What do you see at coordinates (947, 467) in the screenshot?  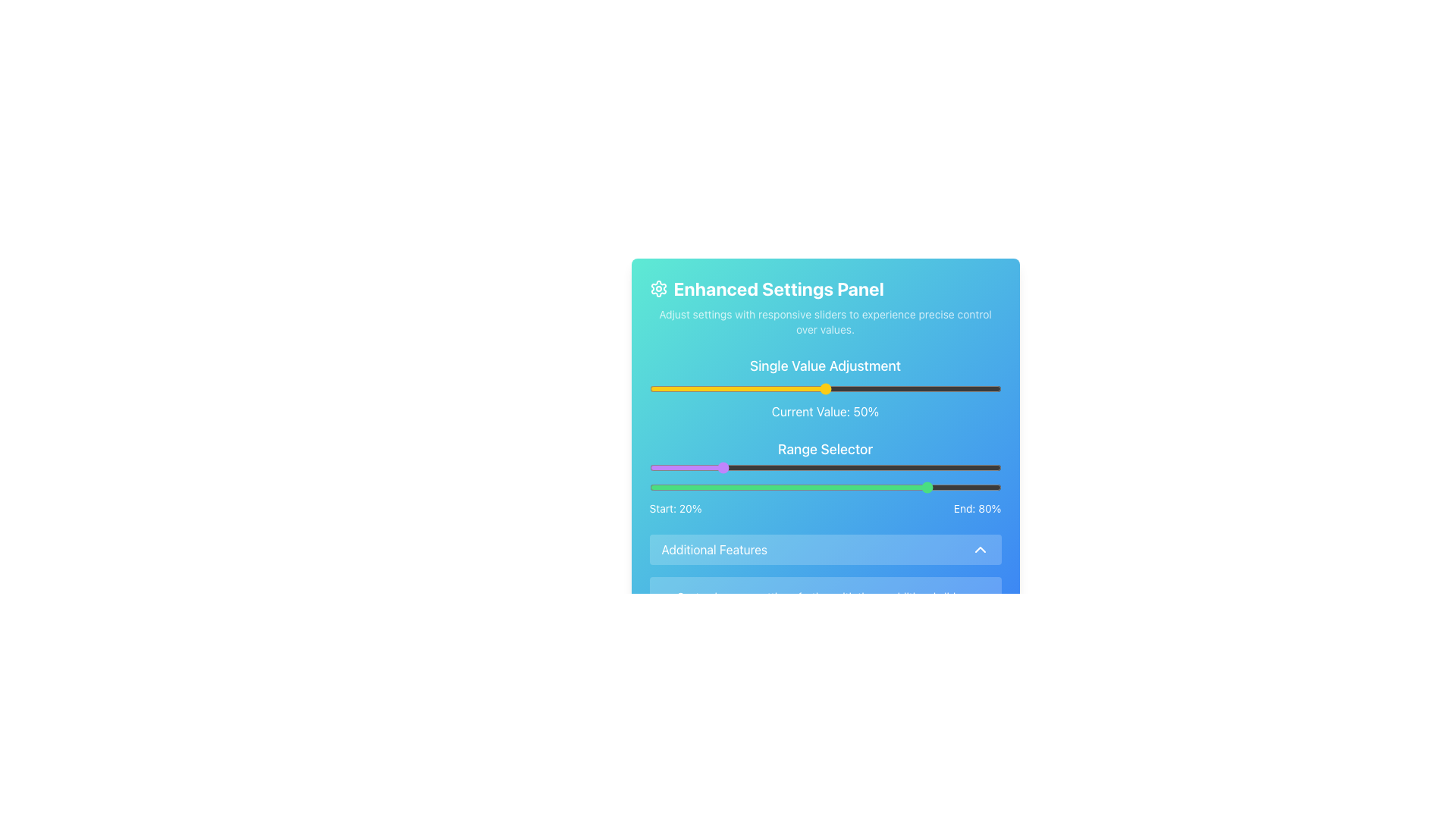 I see `the range selector sliders` at bounding box center [947, 467].